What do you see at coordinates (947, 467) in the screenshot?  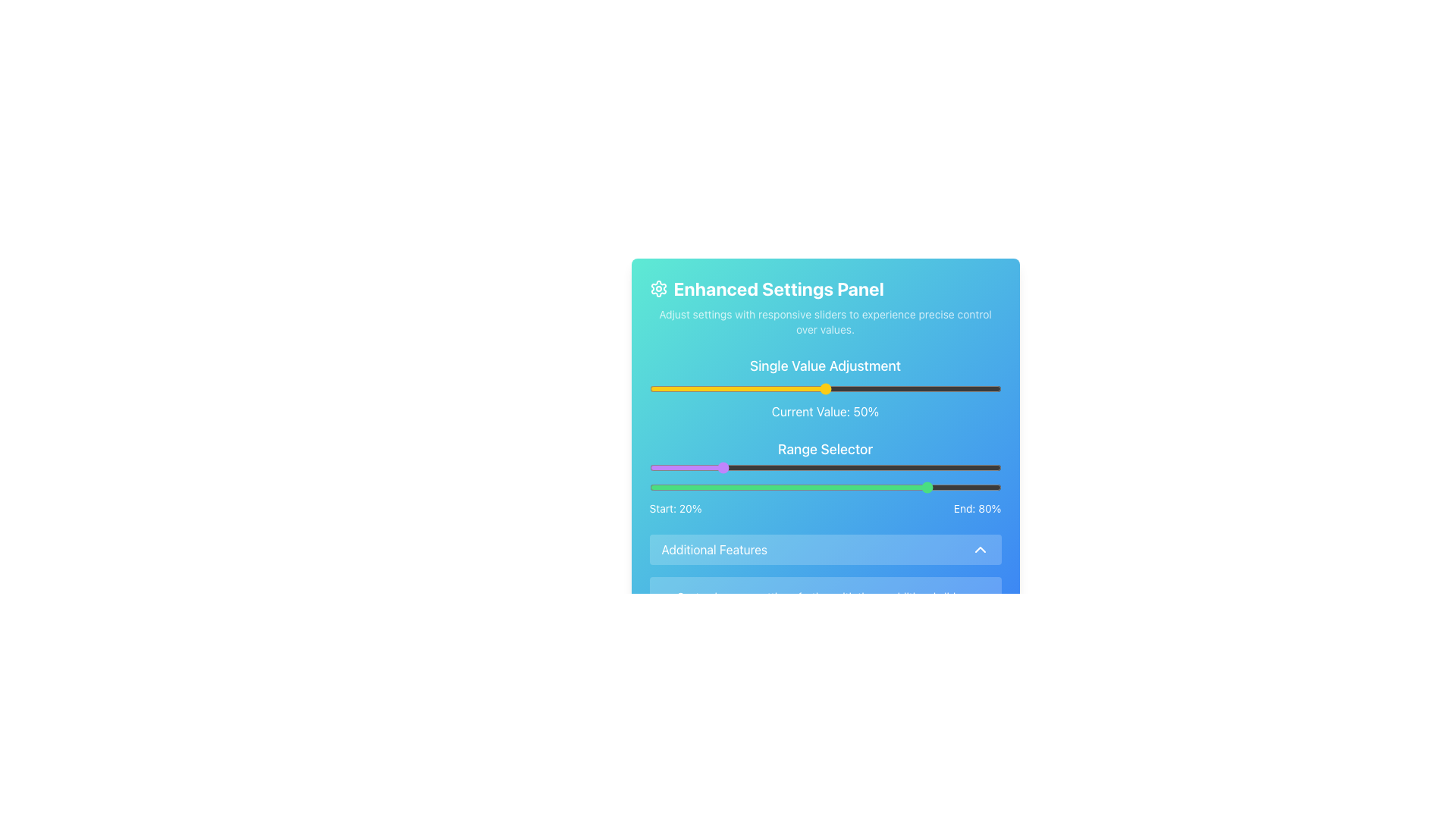 I see `the range selector sliders` at bounding box center [947, 467].